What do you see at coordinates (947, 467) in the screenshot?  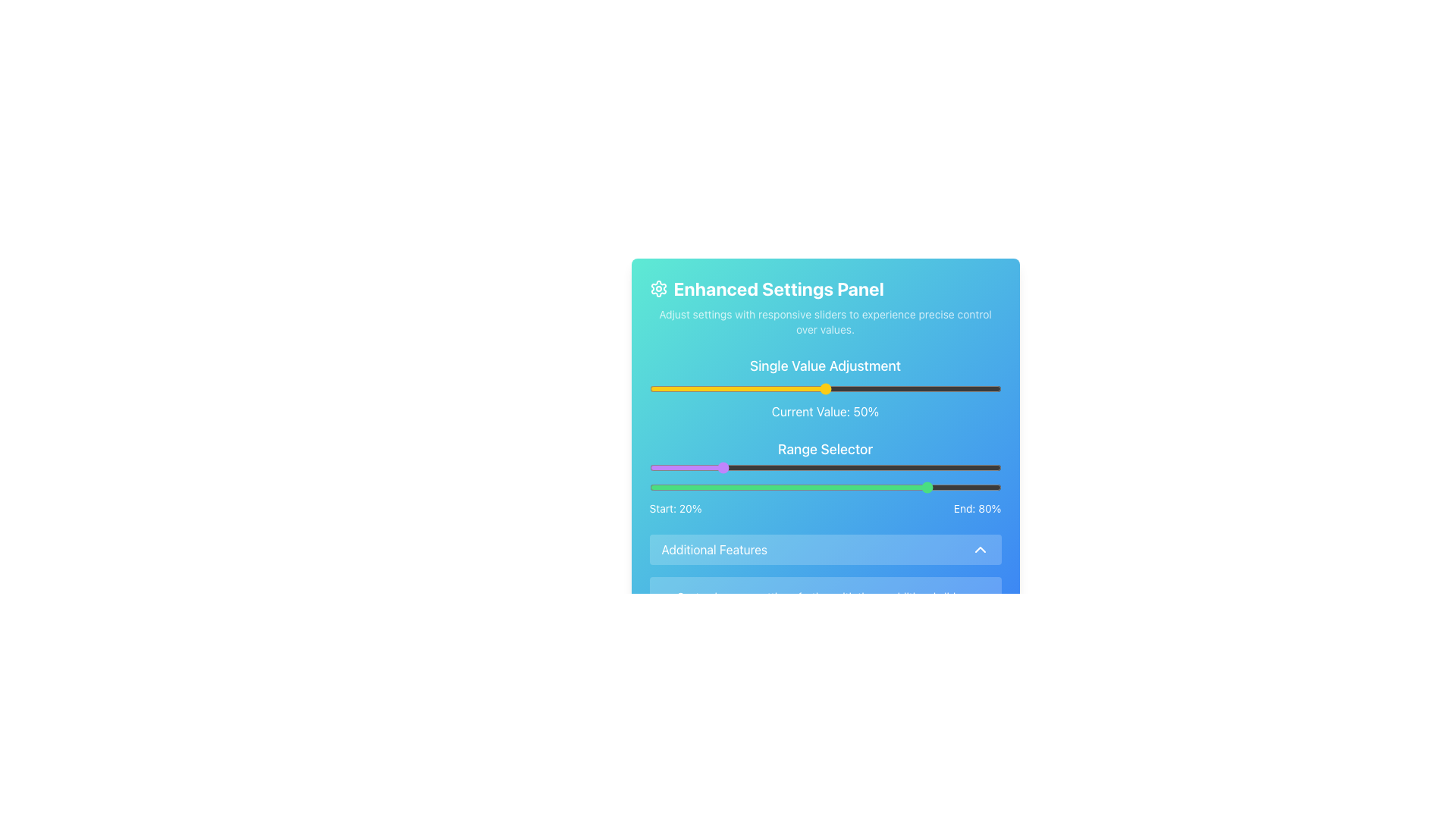 I see `the range selector sliders` at bounding box center [947, 467].